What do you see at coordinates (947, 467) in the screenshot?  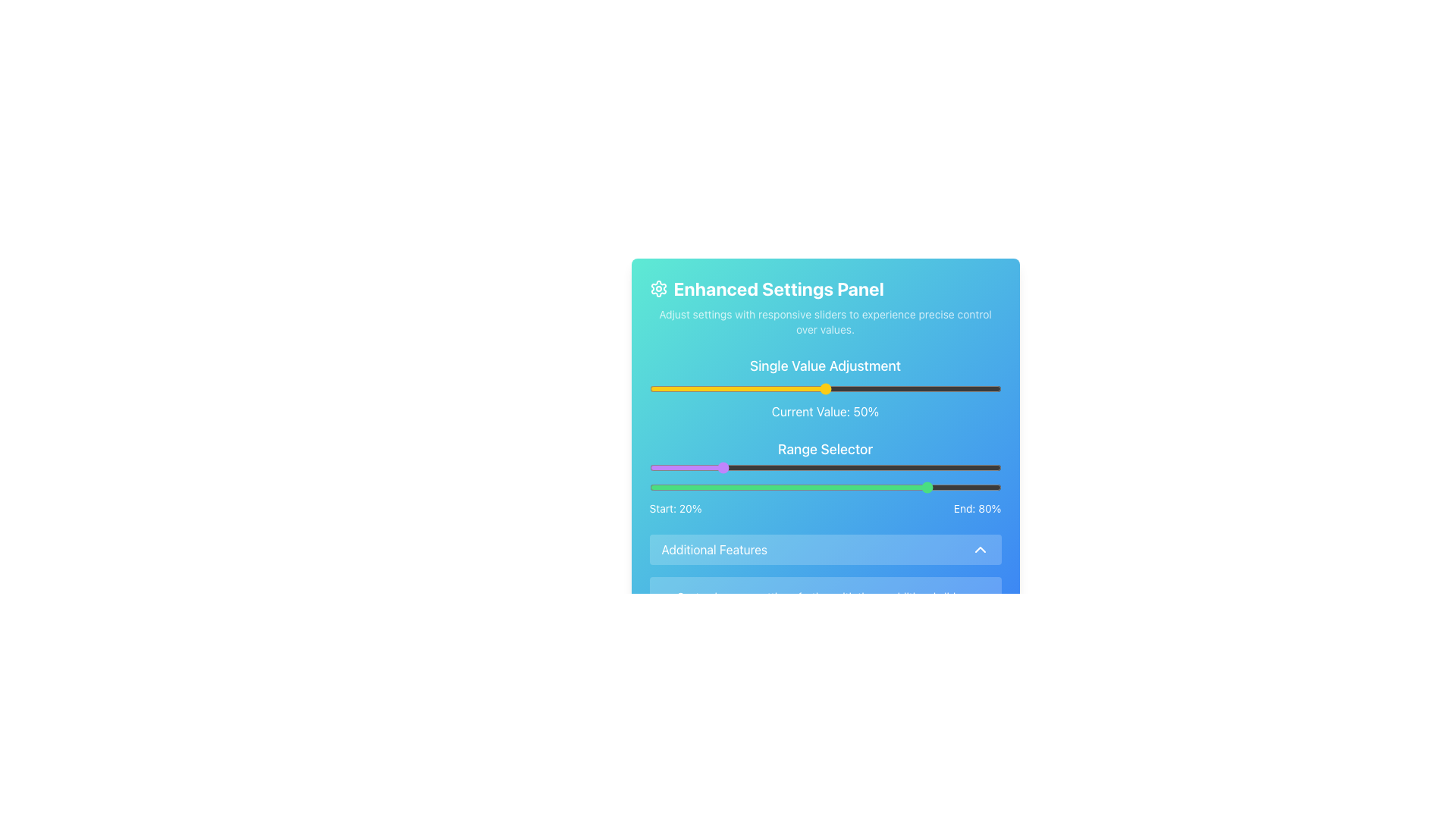 I see `the range selector sliders` at bounding box center [947, 467].